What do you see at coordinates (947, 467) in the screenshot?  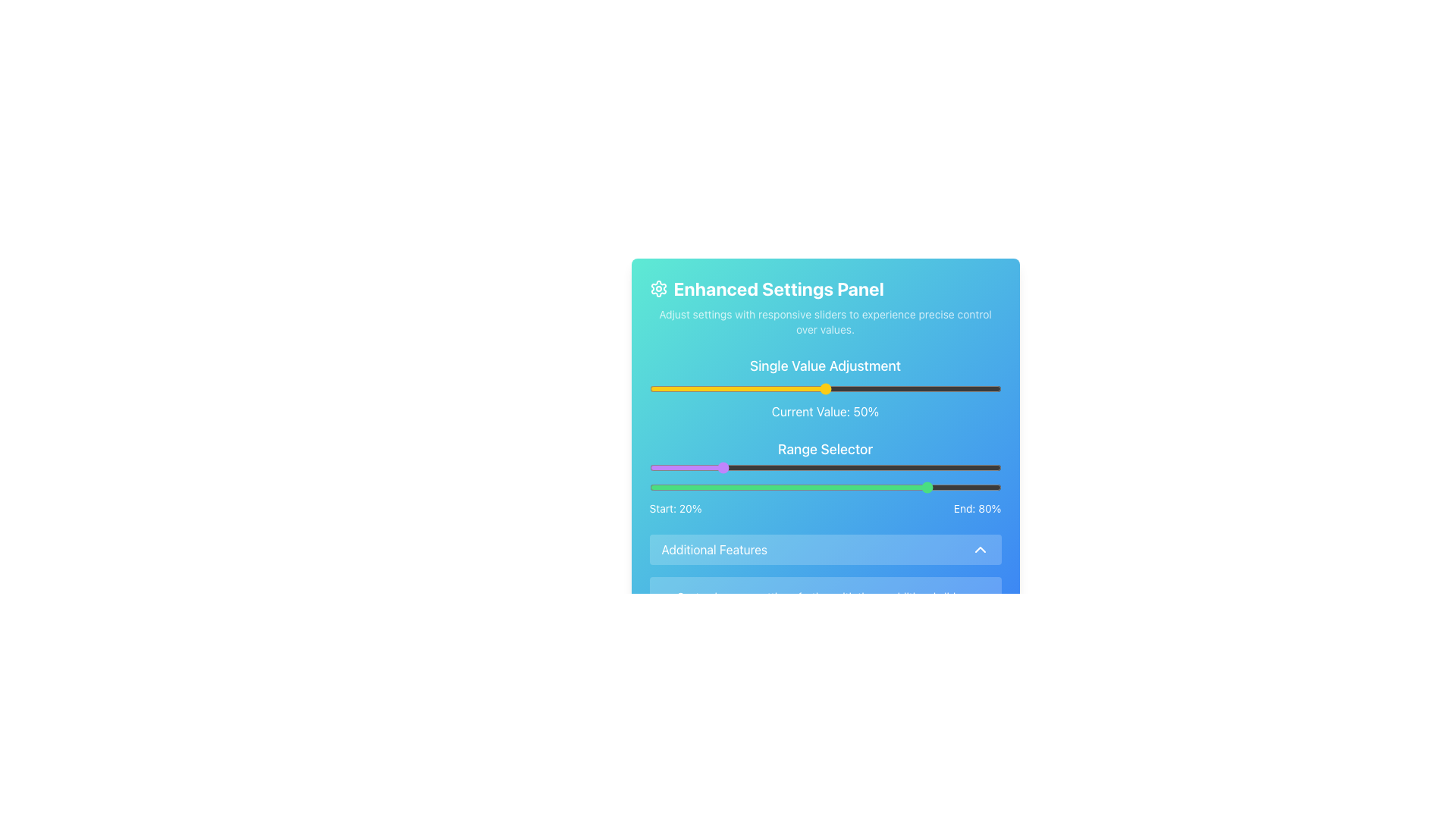 I see `the range selector sliders` at bounding box center [947, 467].